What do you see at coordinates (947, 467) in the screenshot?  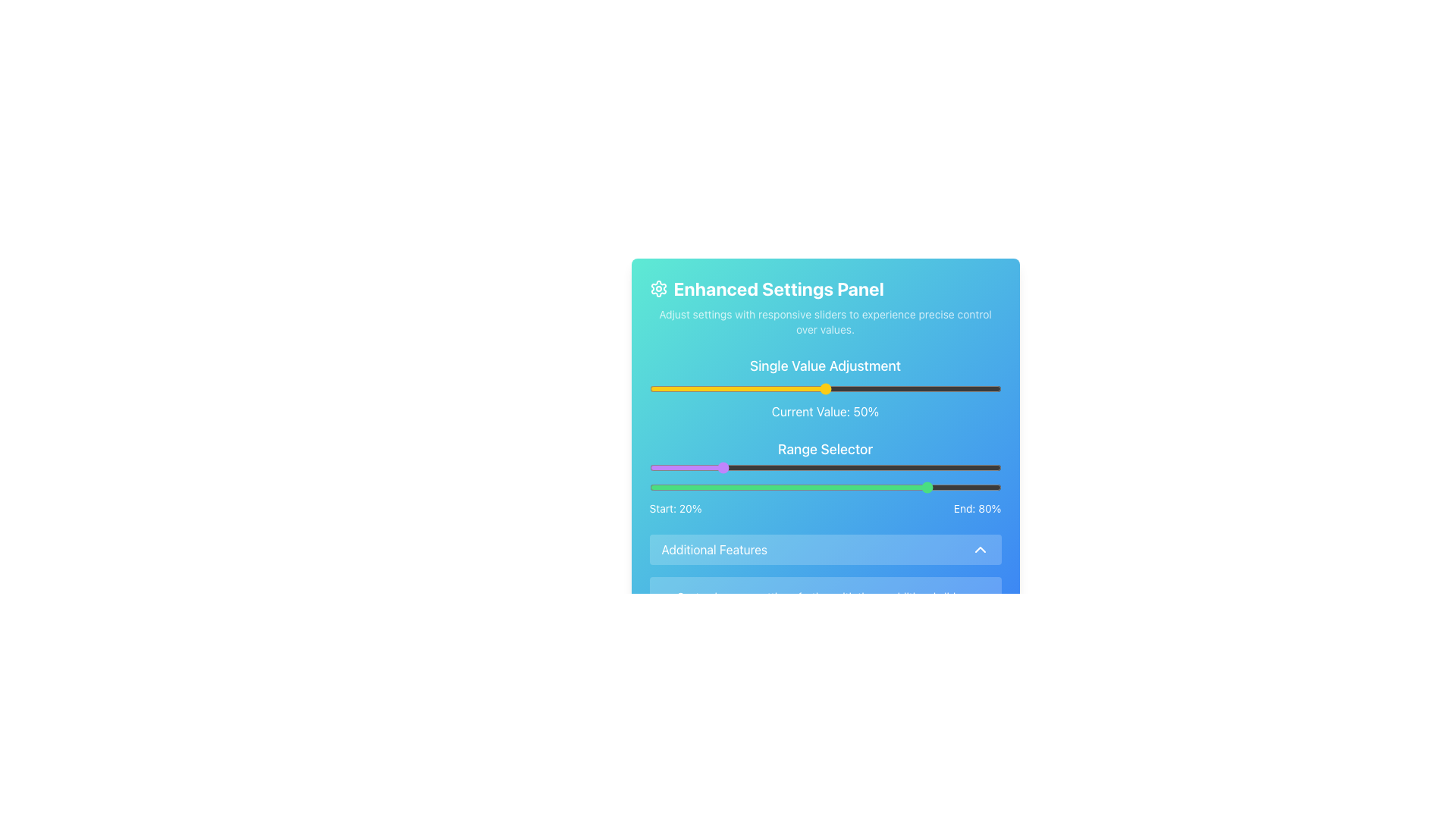 I see `the range selector sliders` at bounding box center [947, 467].